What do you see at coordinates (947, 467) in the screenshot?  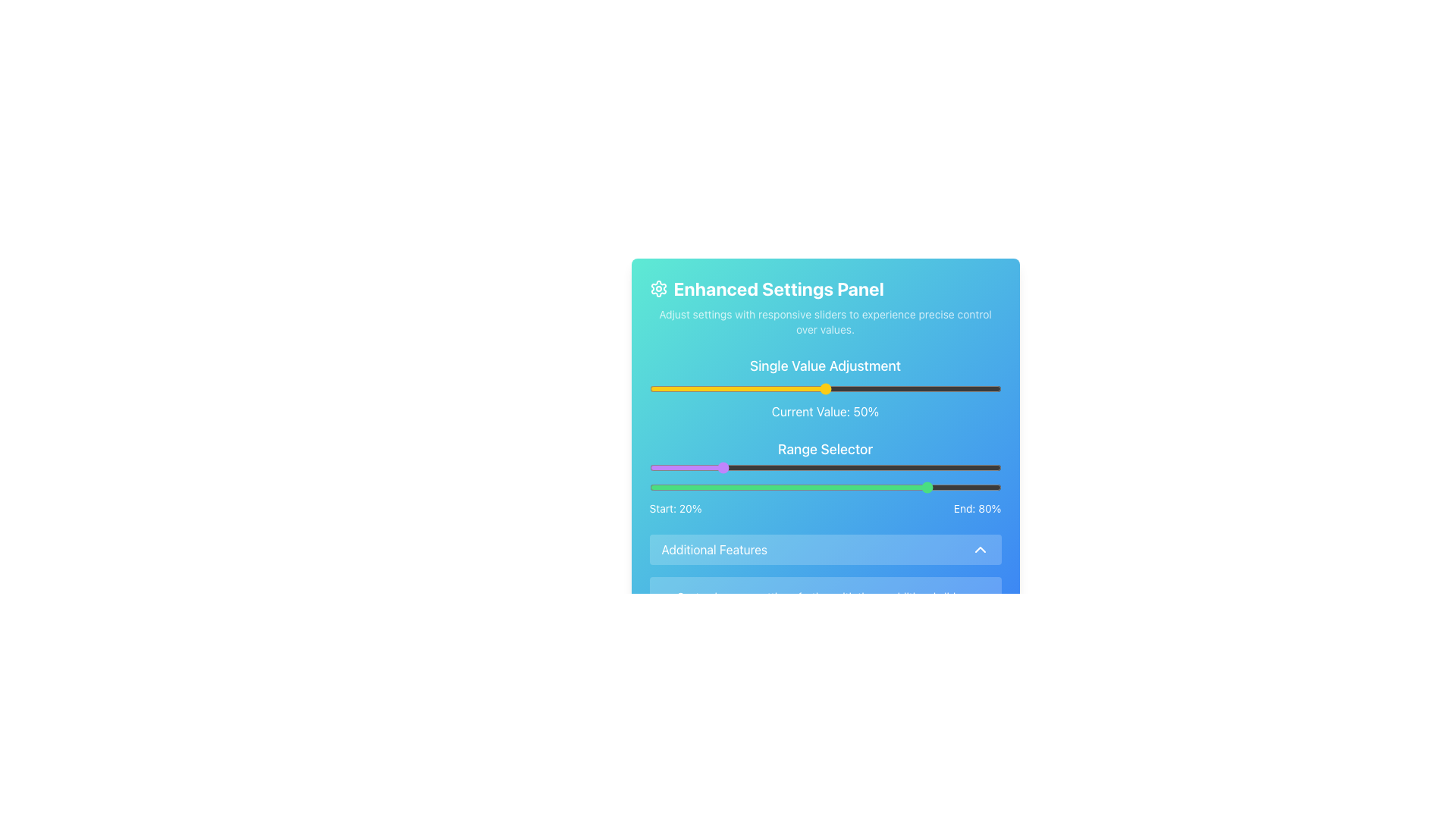 I see `the range selector sliders` at bounding box center [947, 467].